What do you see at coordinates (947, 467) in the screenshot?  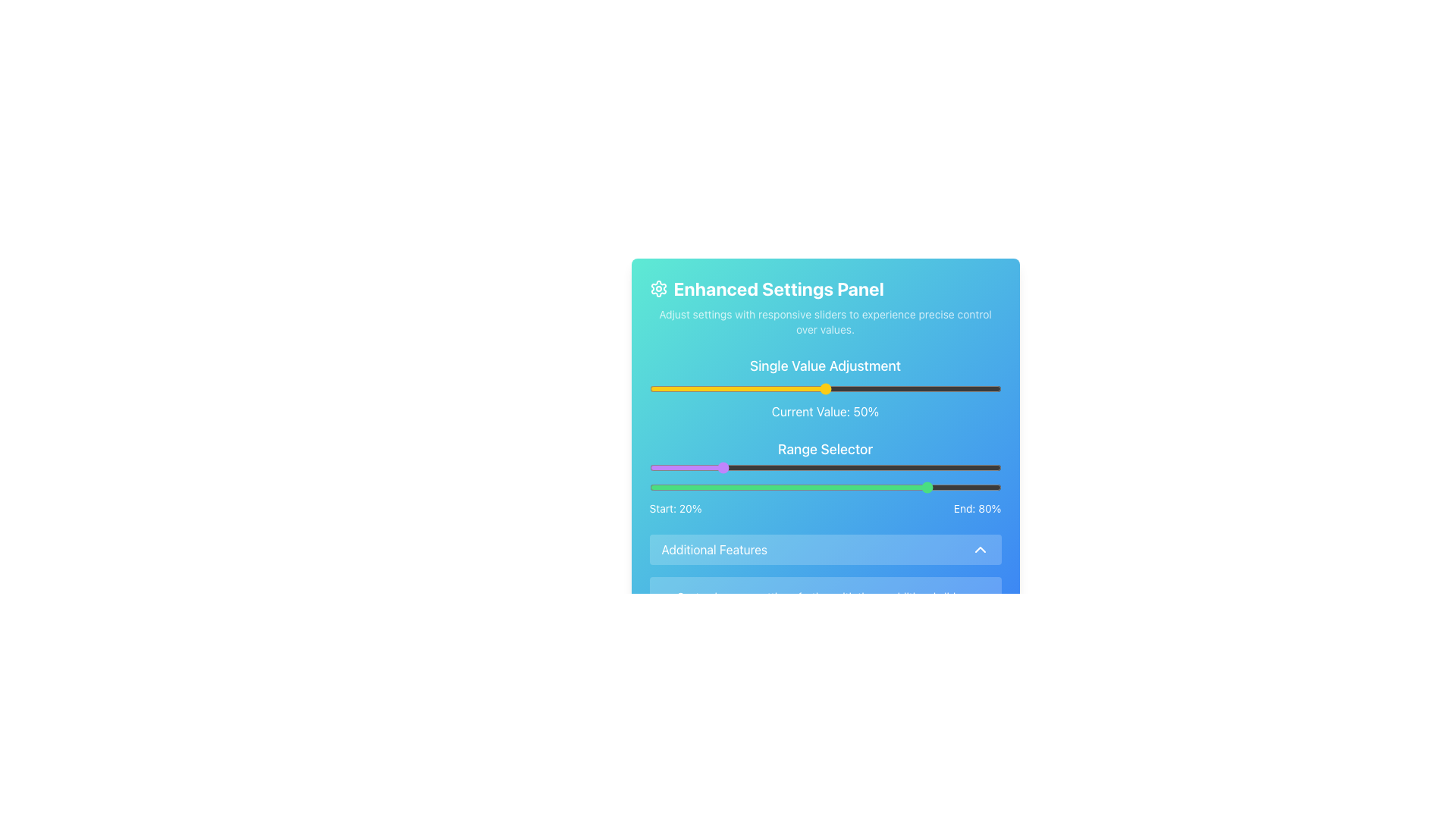 I see `the range selector sliders` at bounding box center [947, 467].